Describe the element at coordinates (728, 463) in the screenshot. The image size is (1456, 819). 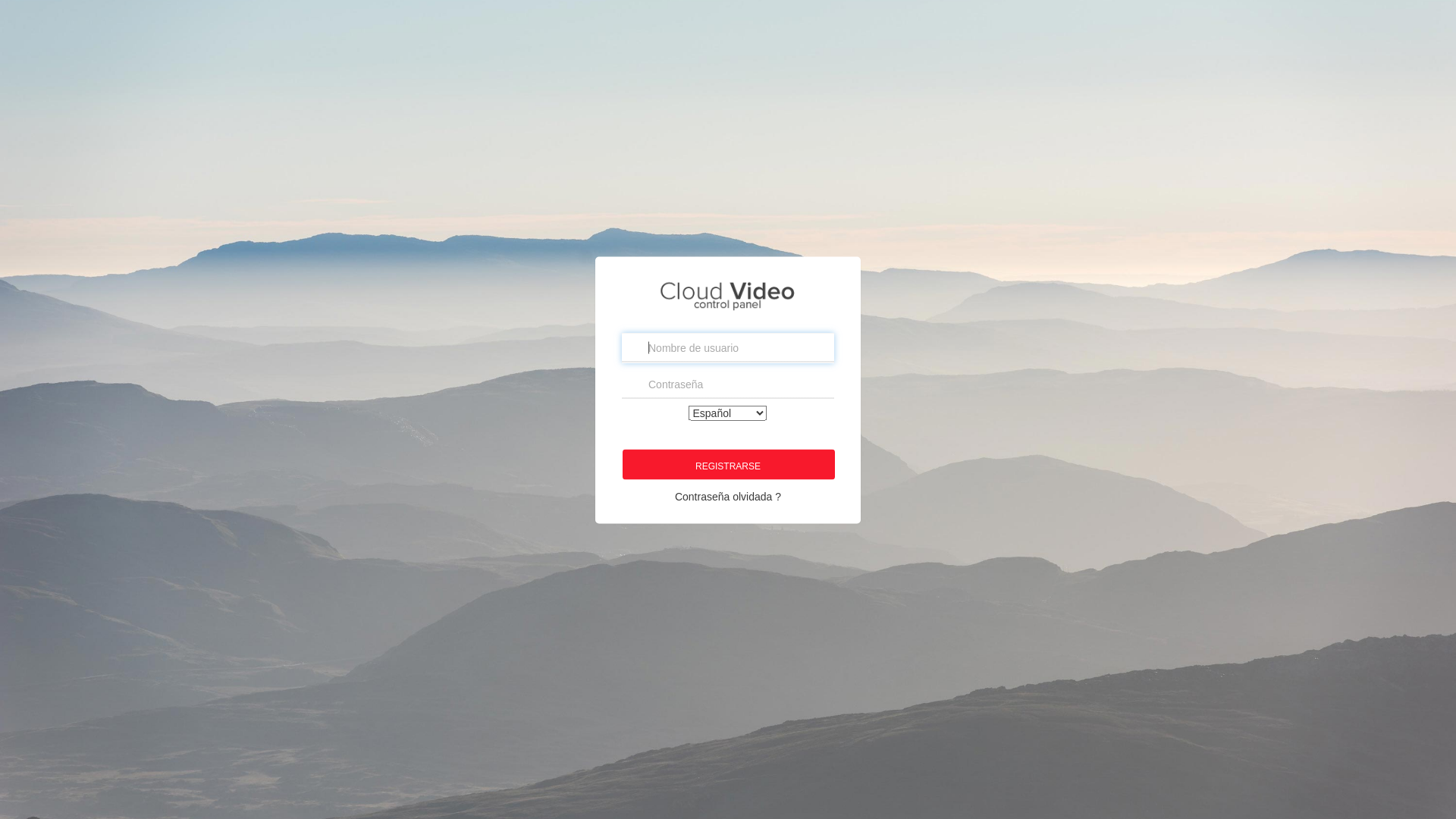
I see `'REGISTRARSE'` at that location.